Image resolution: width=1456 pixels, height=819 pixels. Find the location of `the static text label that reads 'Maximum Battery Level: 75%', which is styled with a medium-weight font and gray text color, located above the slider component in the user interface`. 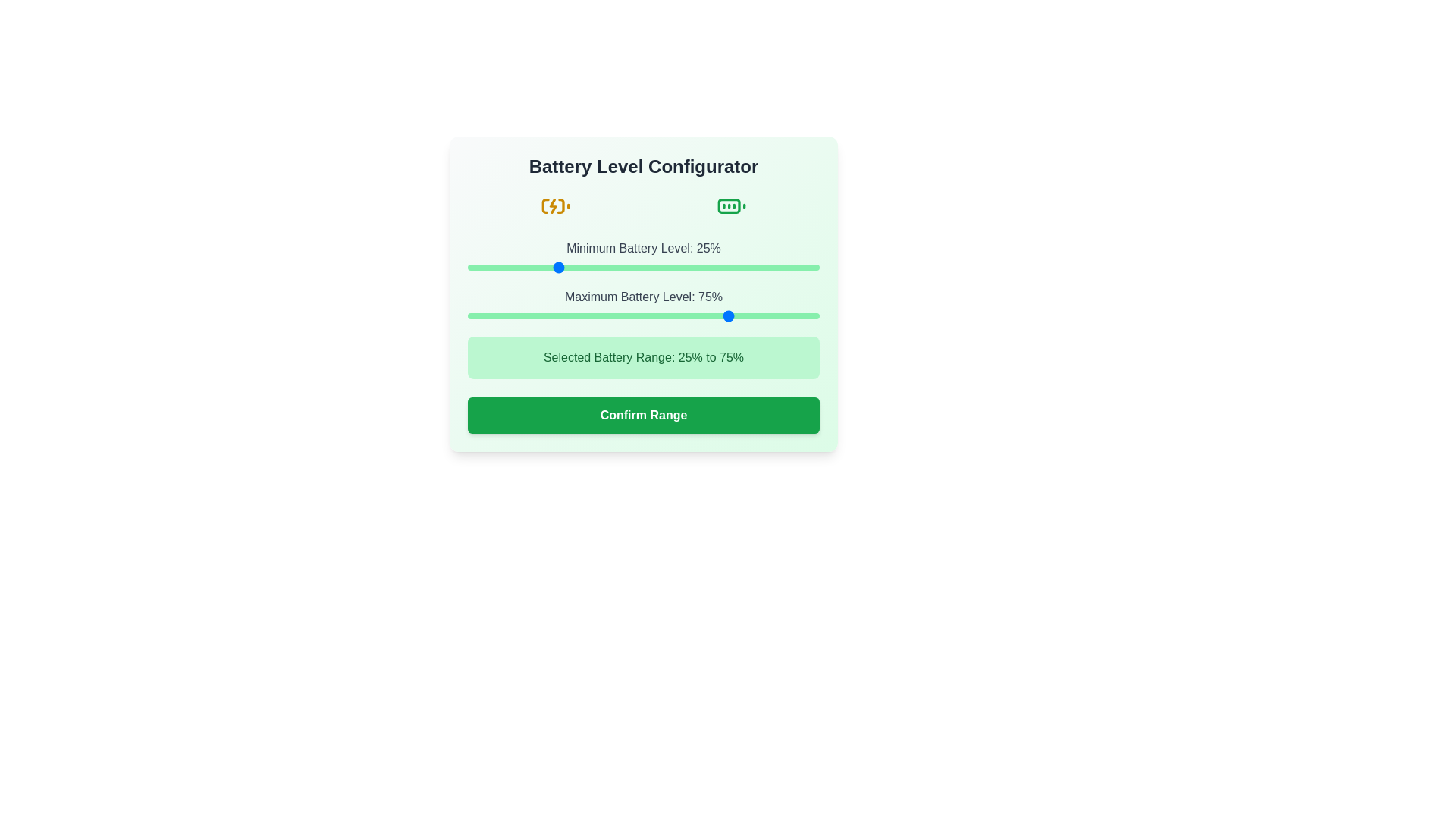

the static text label that reads 'Maximum Battery Level: 75%', which is styled with a medium-weight font and gray text color, located above the slider component in the user interface is located at coordinates (644, 297).